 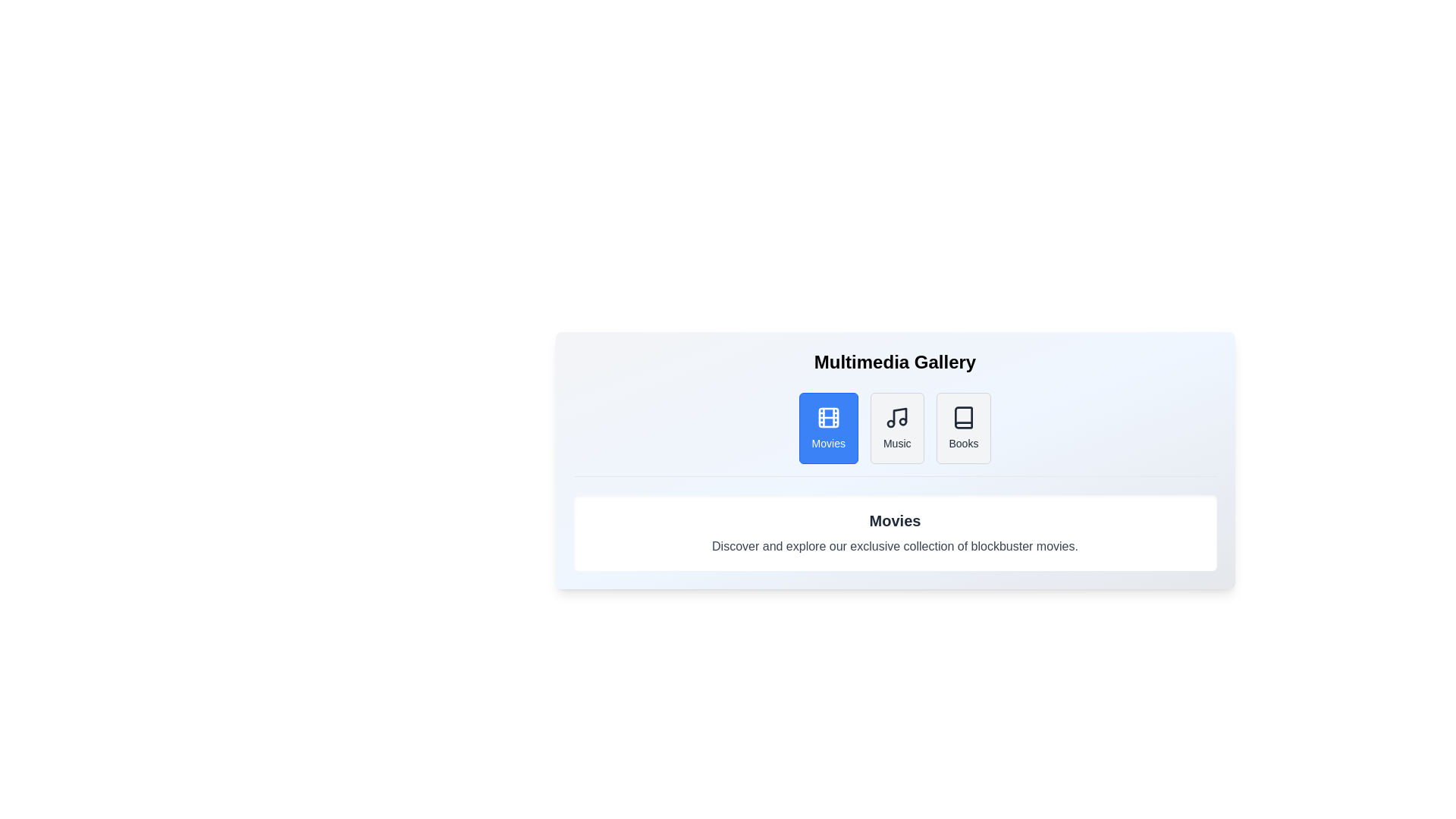 I want to click on the Books tab to view its contents, so click(x=963, y=428).